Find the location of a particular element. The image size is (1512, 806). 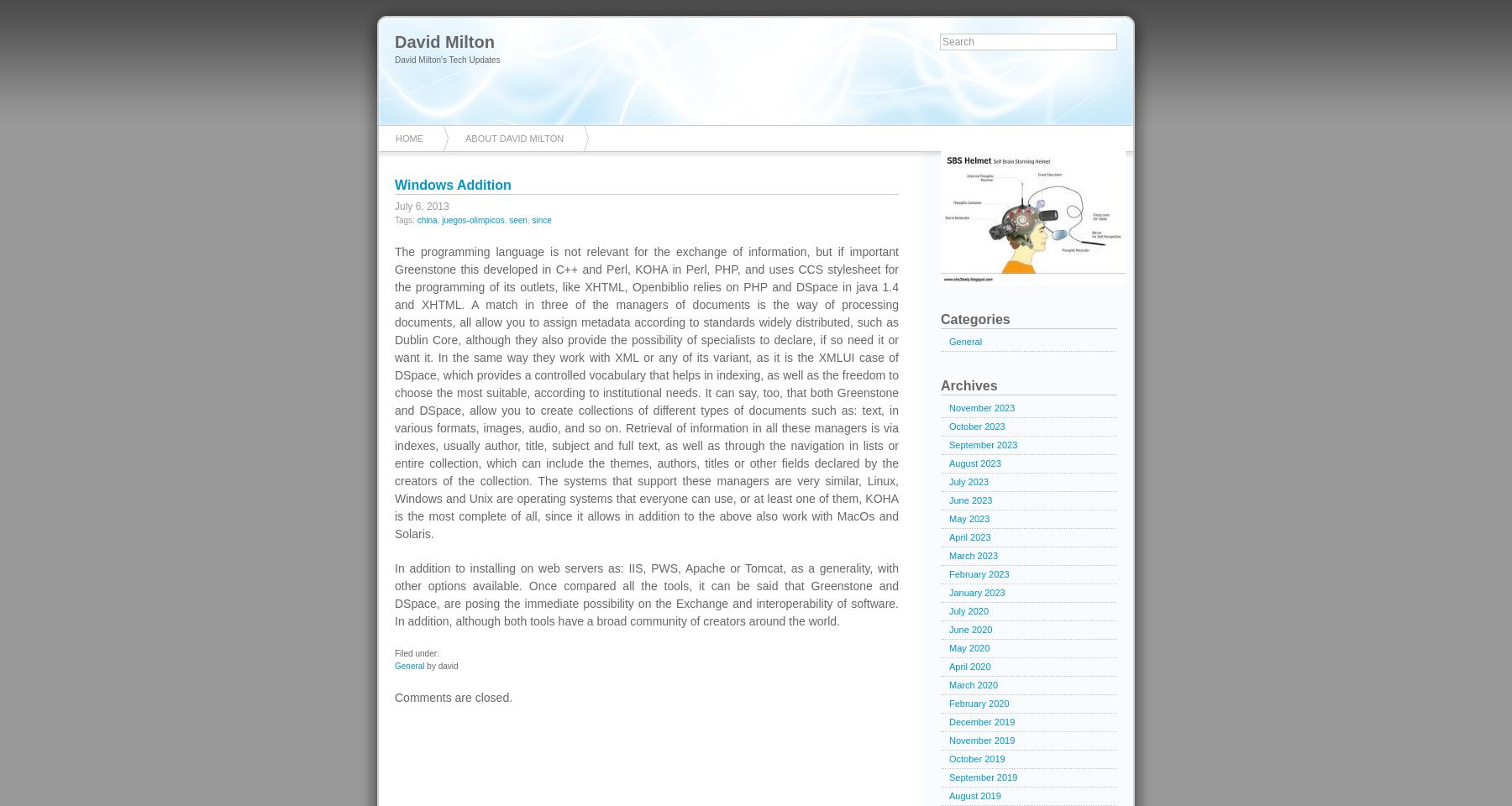

'August 2019' is located at coordinates (974, 796).